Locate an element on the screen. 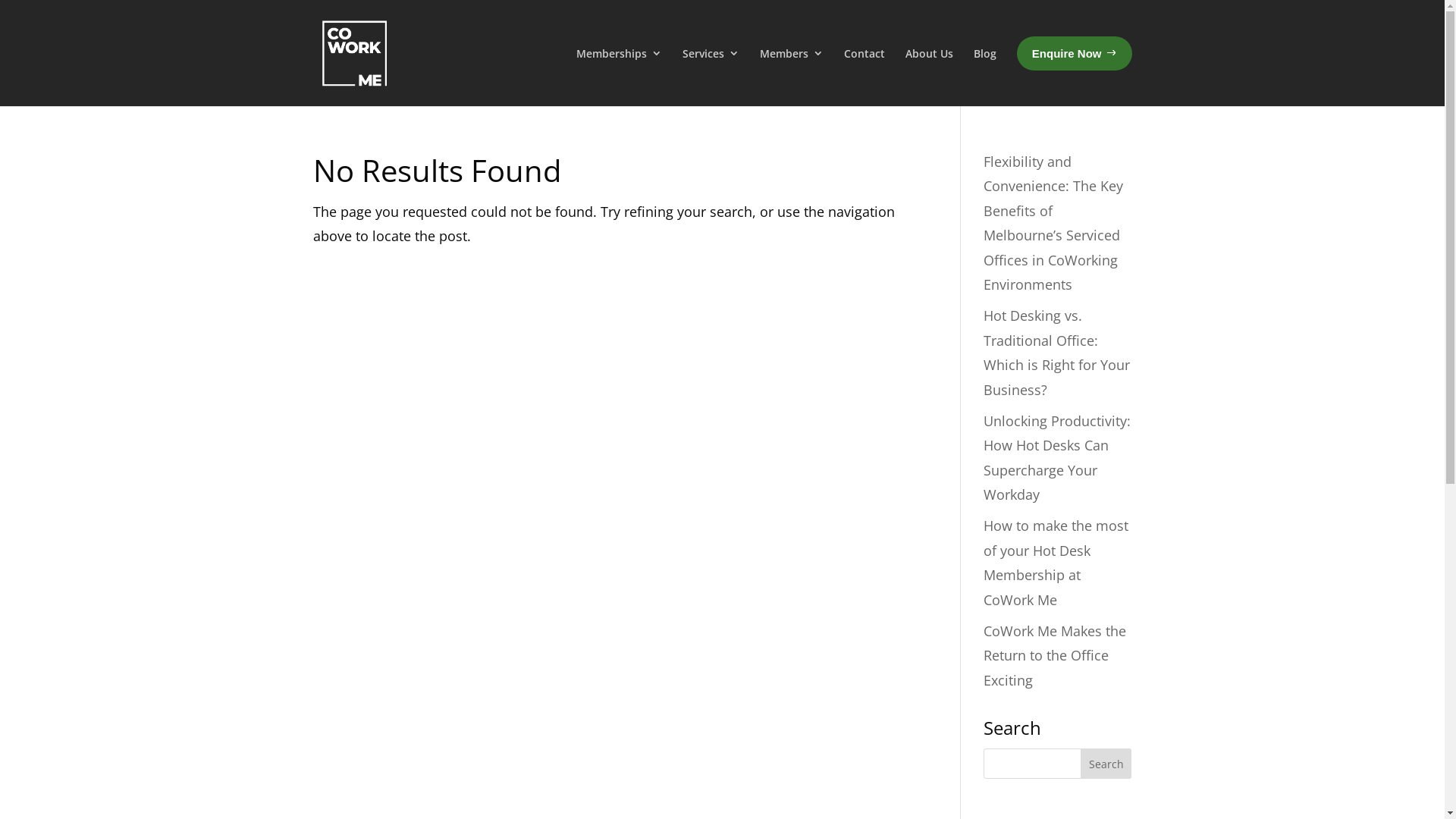  'Services' is located at coordinates (710, 74).